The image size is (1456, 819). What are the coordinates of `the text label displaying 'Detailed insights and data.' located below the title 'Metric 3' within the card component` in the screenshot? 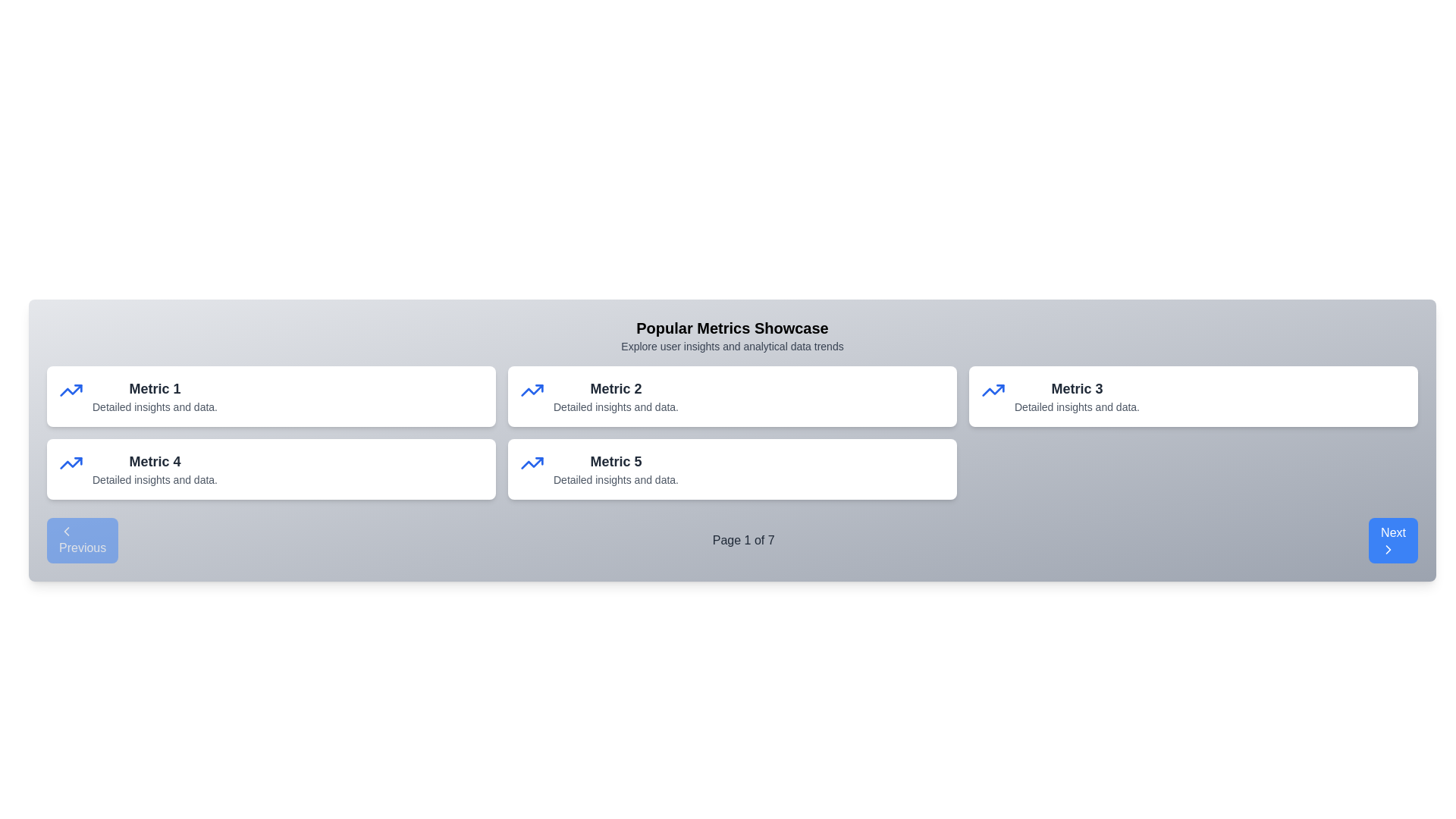 It's located at (1076, 406).